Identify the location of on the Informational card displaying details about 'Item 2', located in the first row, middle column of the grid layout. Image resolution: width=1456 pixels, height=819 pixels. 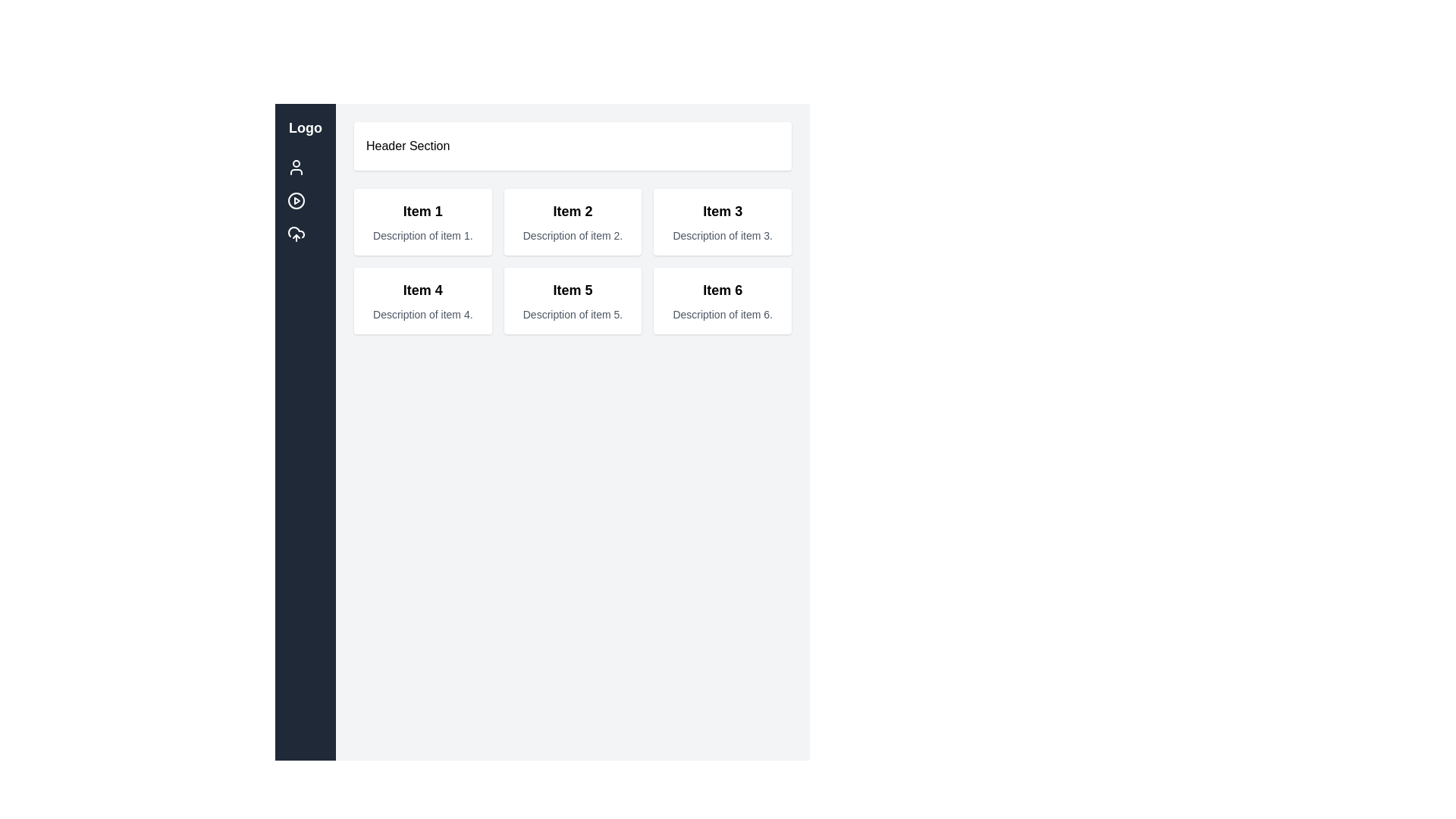
(572, 222).